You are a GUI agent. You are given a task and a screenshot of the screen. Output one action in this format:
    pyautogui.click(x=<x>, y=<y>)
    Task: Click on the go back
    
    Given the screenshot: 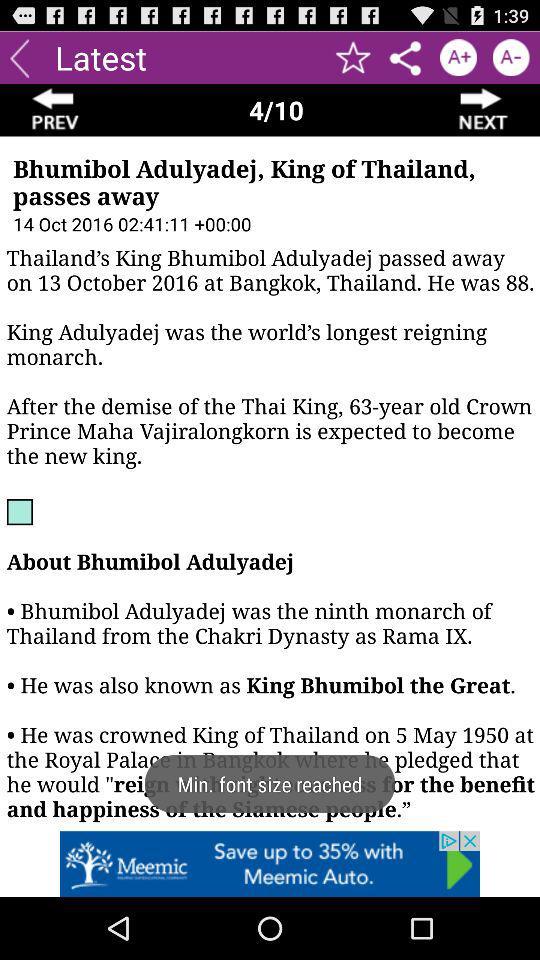 What is the action you would take?
    pyautogui.click(x=18, y=56)
    